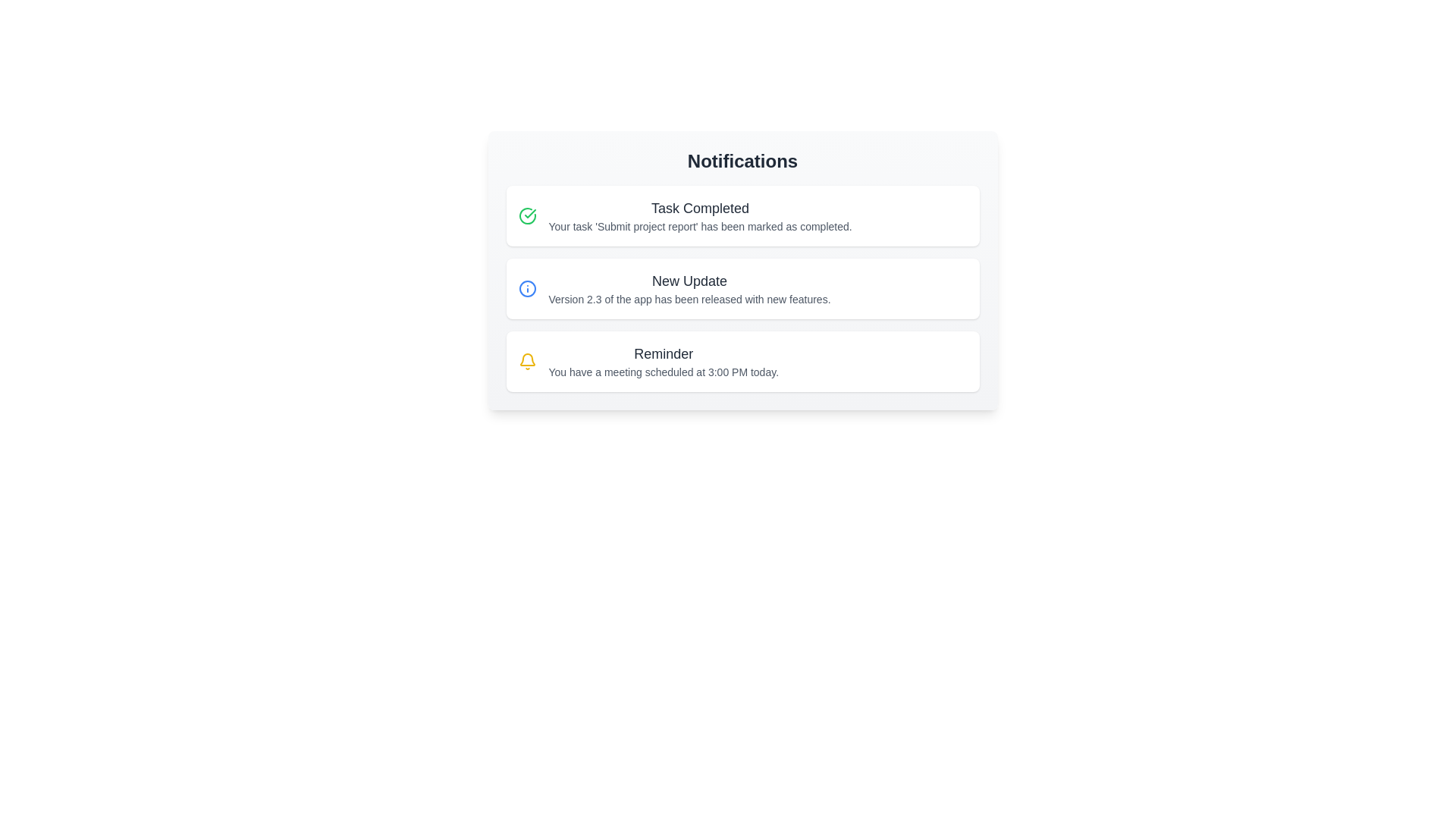 The image size is (1456, 819). Describe the element at coordinates (742, 216) in the screenshot. I see `the notification with title Task Completed` at that location.